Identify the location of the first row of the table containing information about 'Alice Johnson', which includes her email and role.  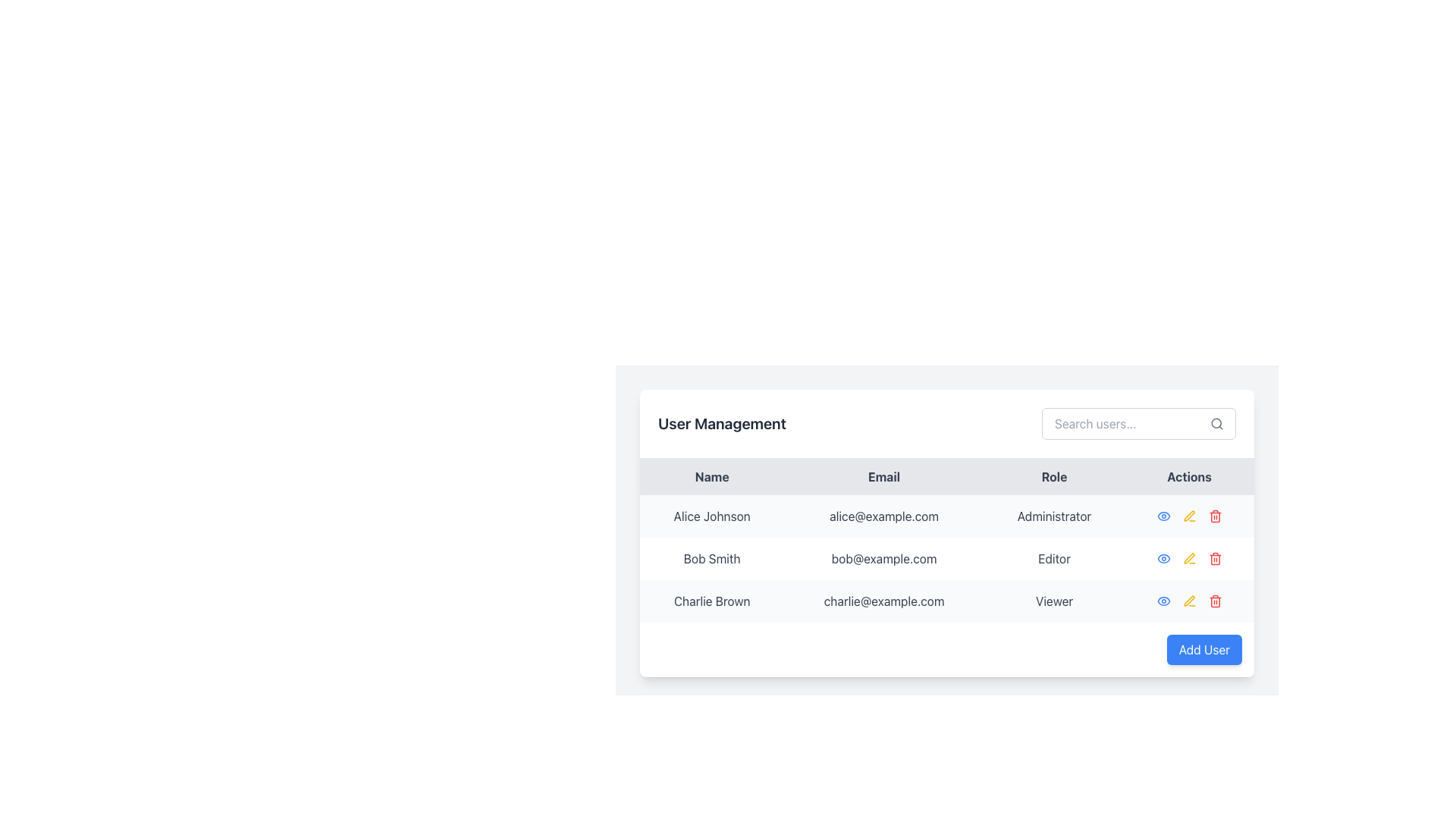
(946, 516).